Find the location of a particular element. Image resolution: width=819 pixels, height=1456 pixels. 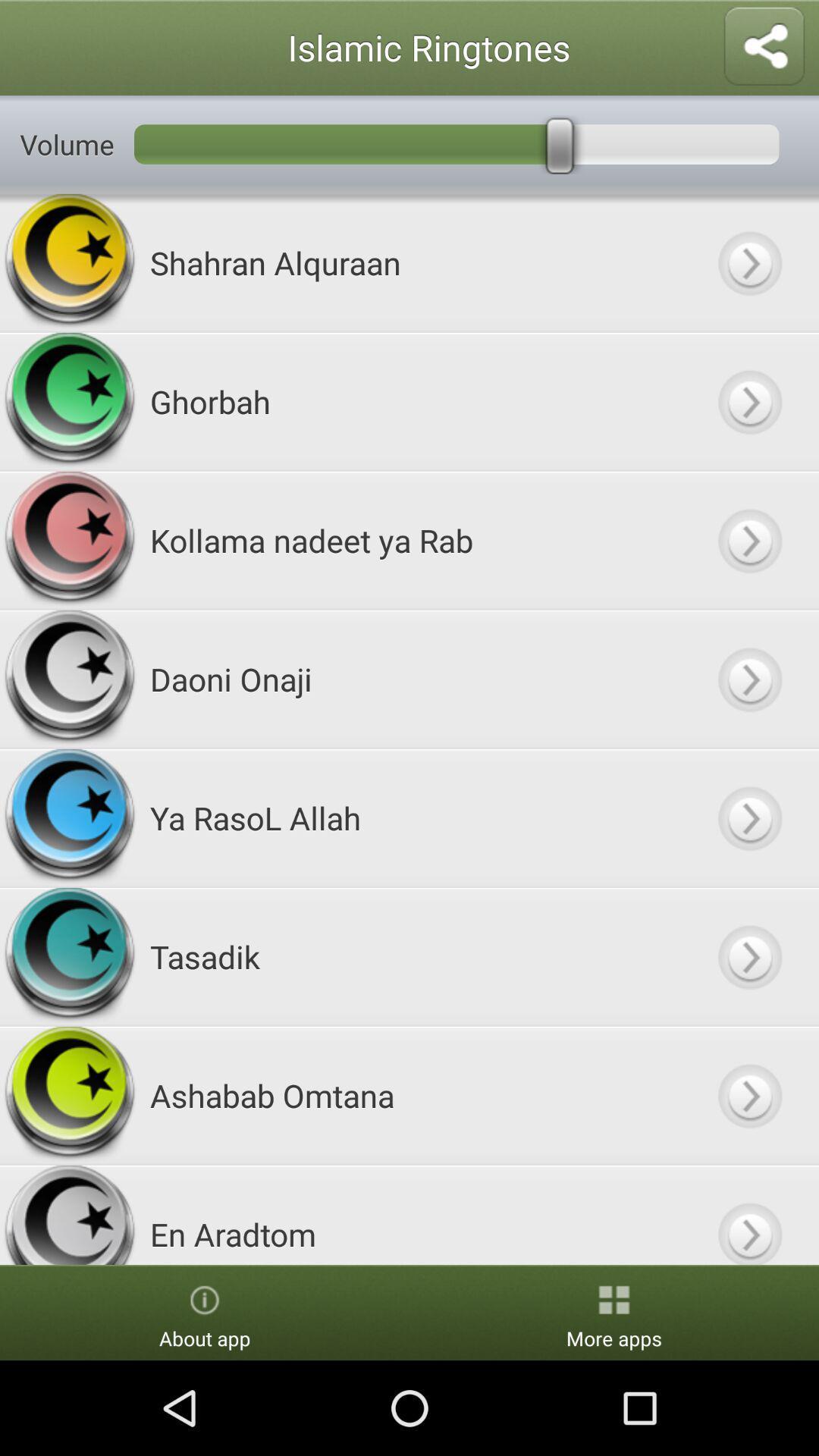

the ringtone is located at coordinates (748, 817).